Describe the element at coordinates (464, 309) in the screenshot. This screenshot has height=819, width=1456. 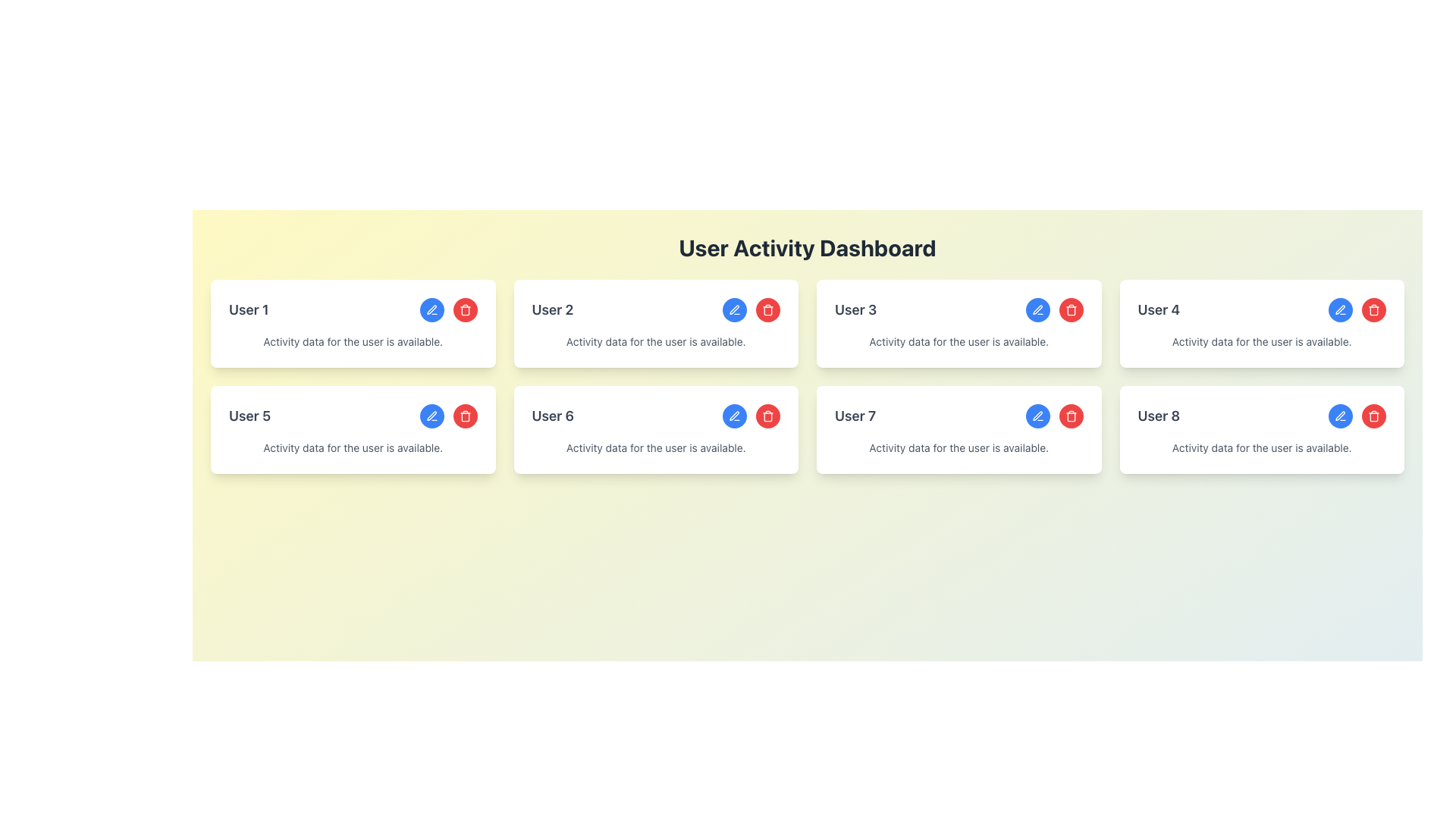
I see `the delete button located at the top-right of 'User 1's activity card to observe the background color change` at that location.